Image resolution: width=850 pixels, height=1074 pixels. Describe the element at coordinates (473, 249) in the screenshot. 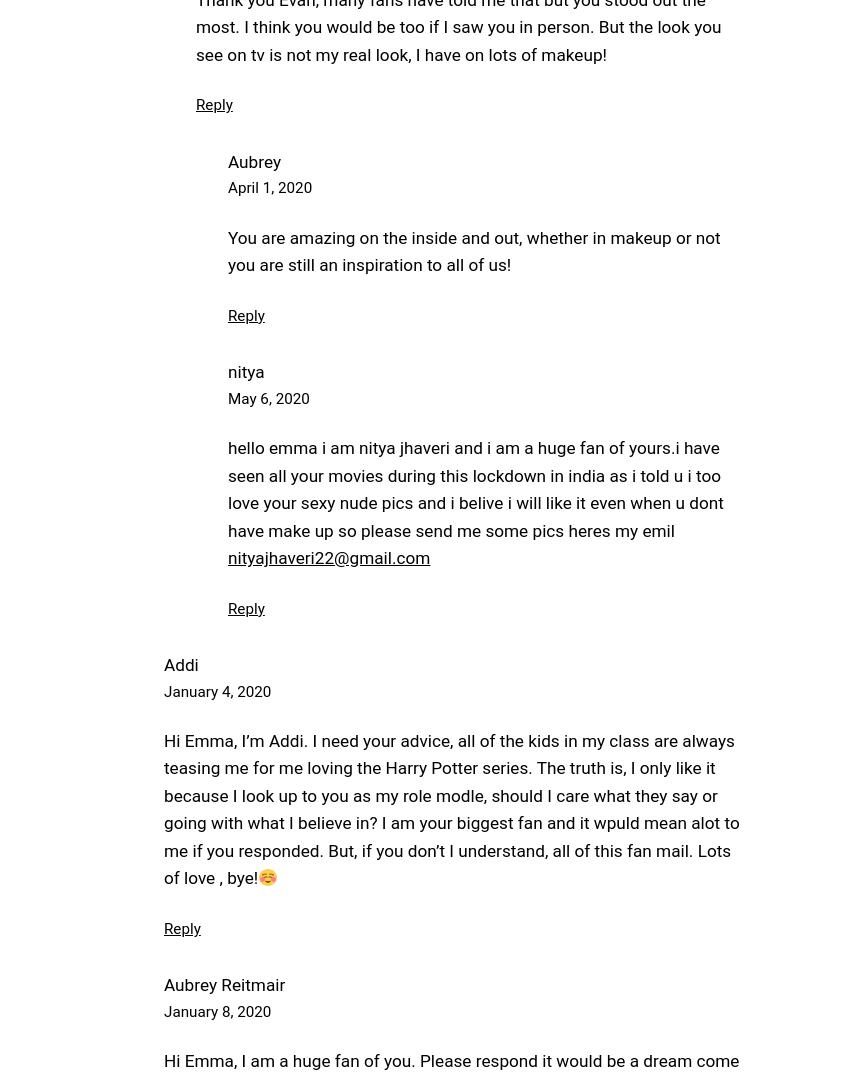

I see `'You are amazing on the inside and out, whether in makeup or not you are still an inspiration to all of us!'` at that location.